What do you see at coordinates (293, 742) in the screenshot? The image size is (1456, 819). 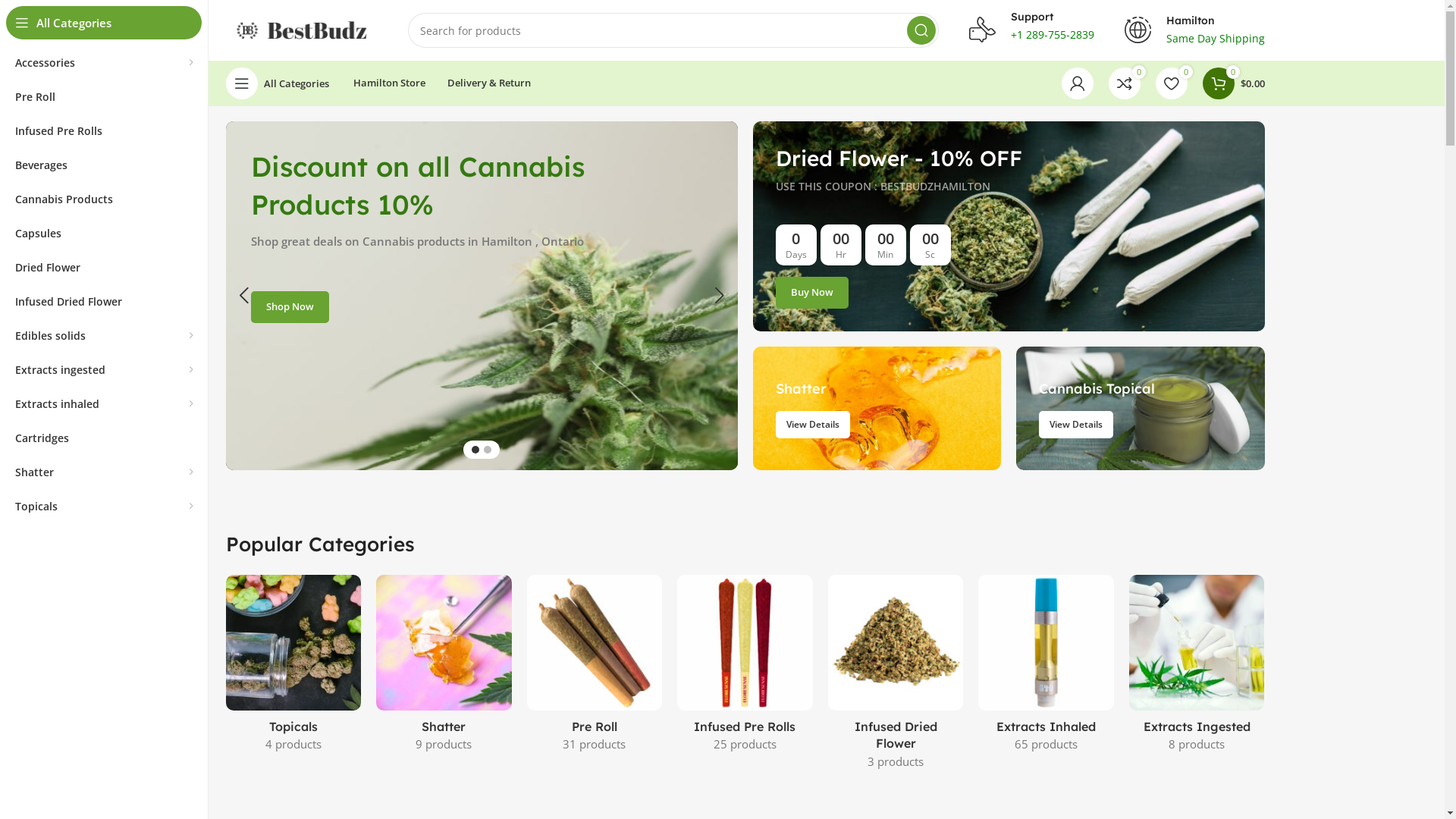 I see `'4 products'` at bounding box center [293, 742].